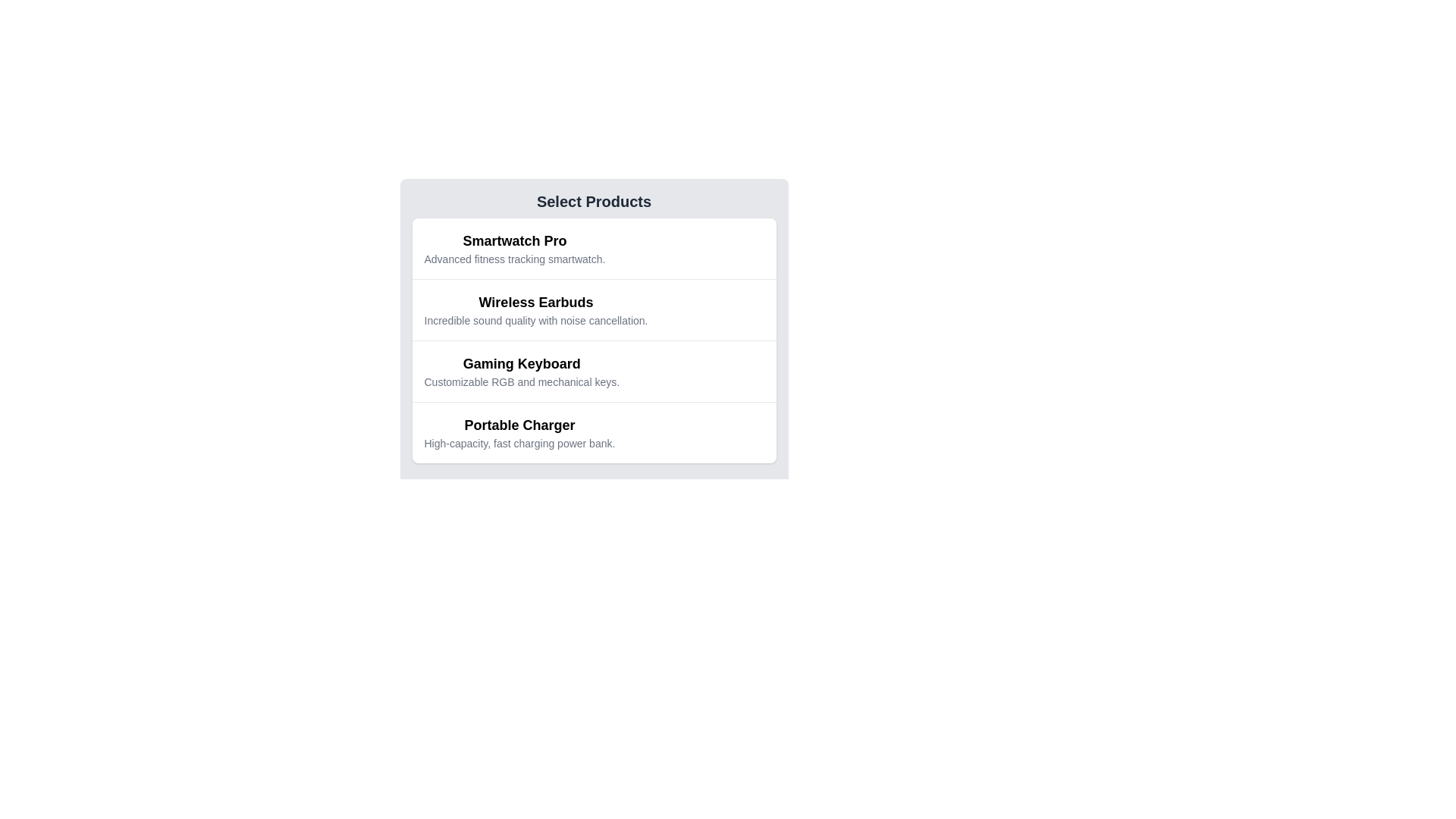 The image size is (1456, 819). What do you see at coordinates (514, 259) in the screenshot?
I see `text snippet 'Advanced fitness tracking smartwatch.' located directly below the title 'Smartwatch Pro'` at bounding box center [514, 259].